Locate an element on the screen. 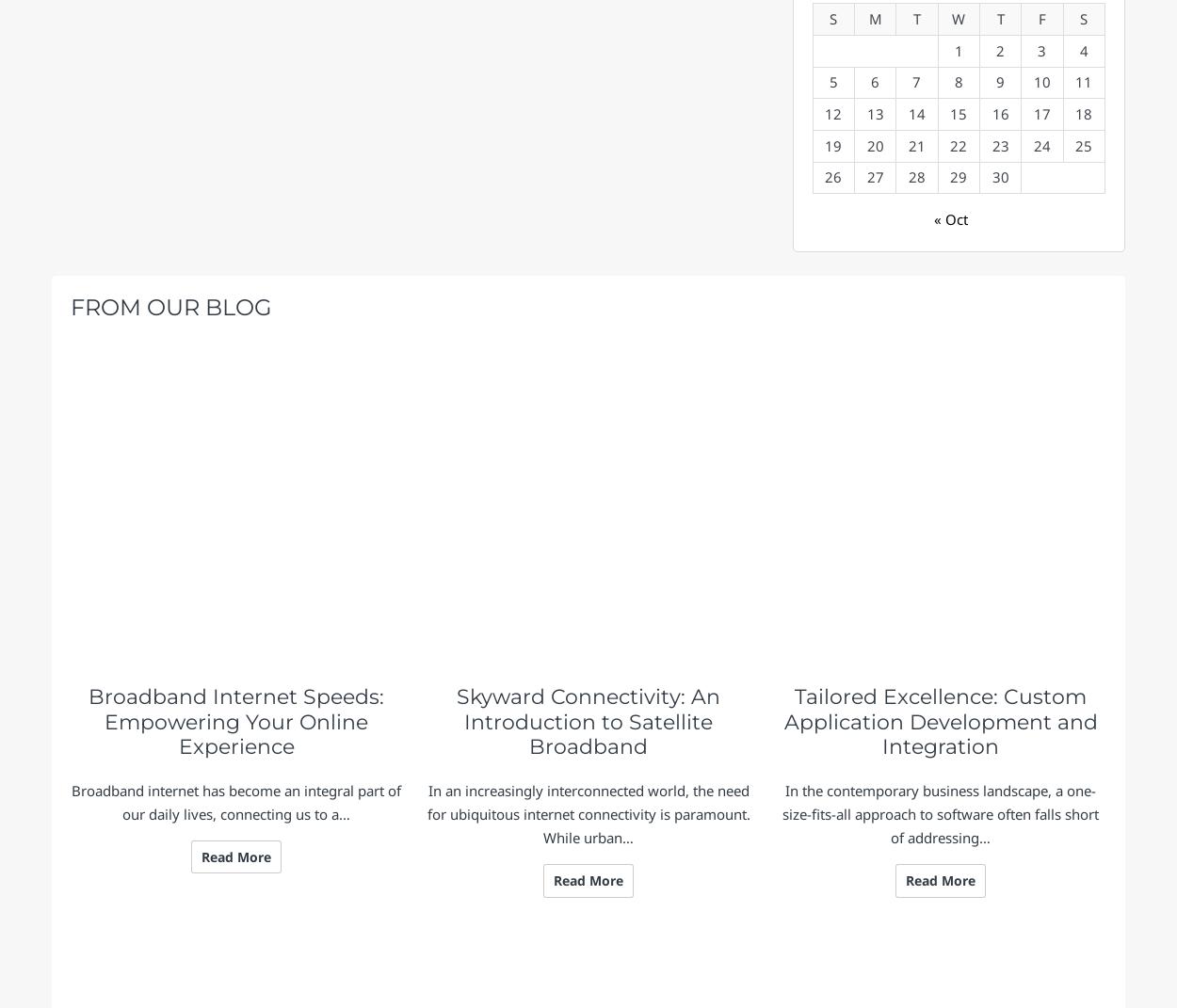 The height and width of the screenshot is (1008, 1177). '14' is located at coordinates (915, 114).